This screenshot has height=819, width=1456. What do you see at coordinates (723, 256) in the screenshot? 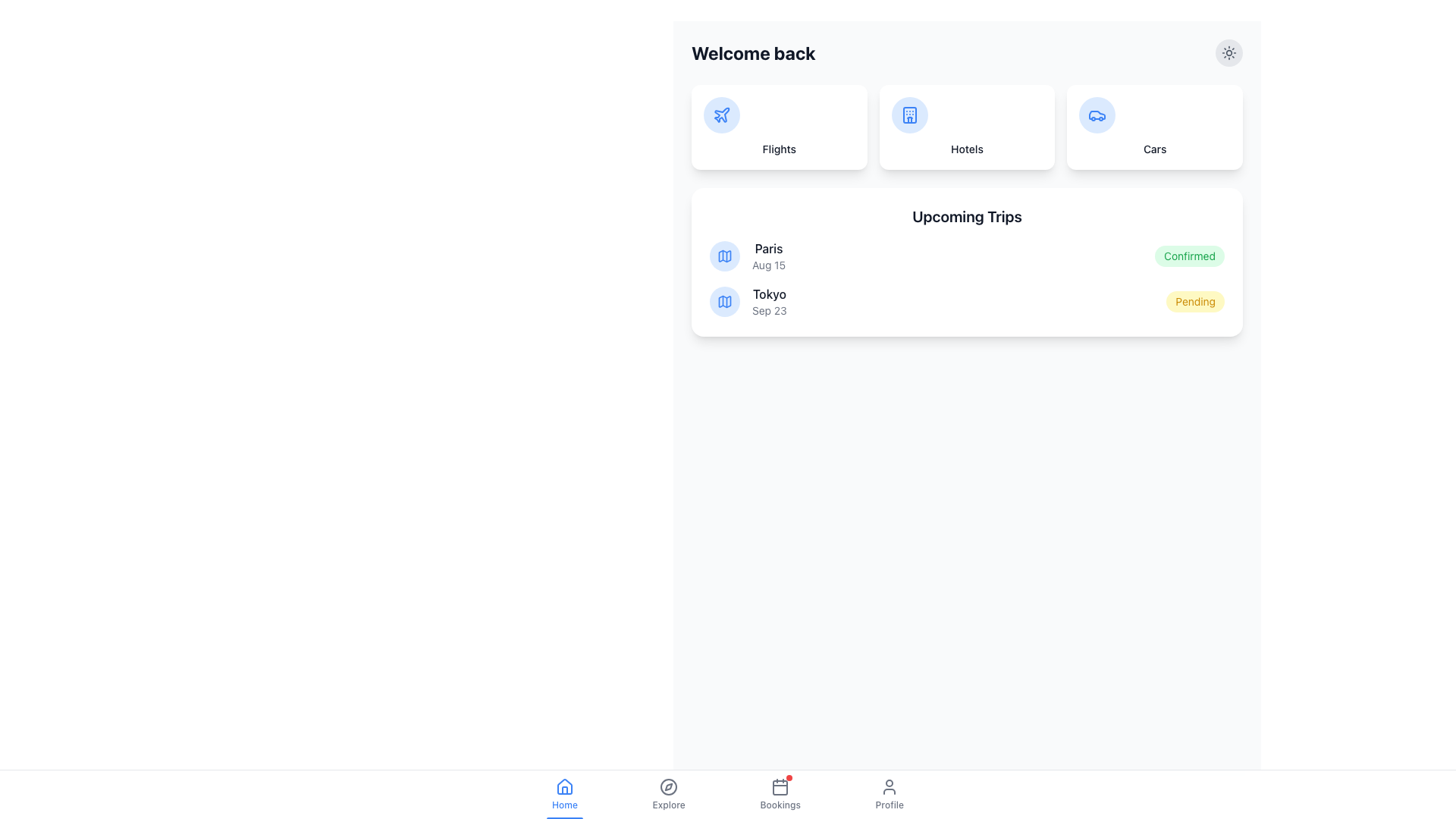
I see `the circular icon with a light blue background and a white map graphic` at bounding box center [723, 256].